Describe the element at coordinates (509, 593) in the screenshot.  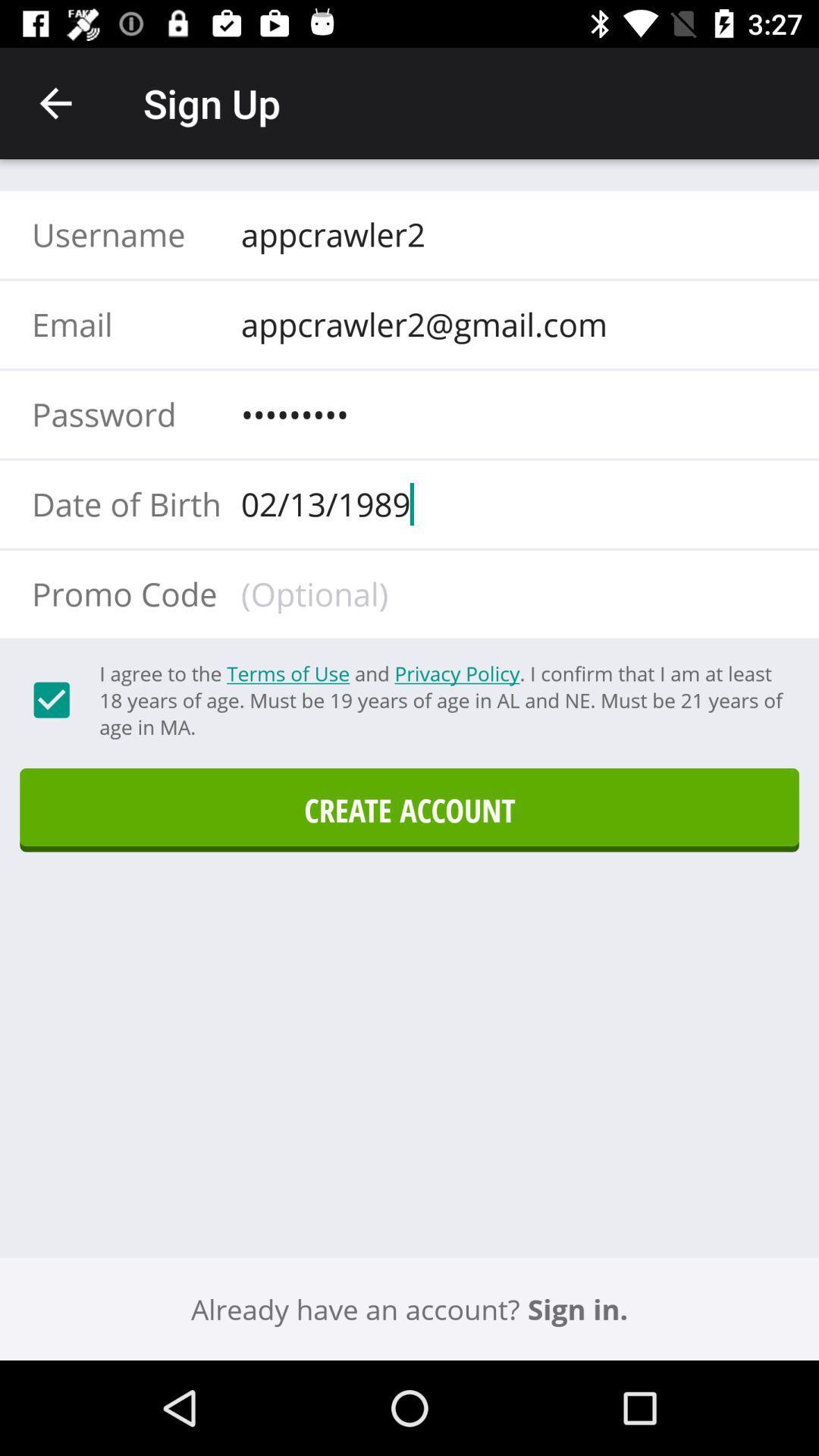
I see `the item next to the promo code` at that location.